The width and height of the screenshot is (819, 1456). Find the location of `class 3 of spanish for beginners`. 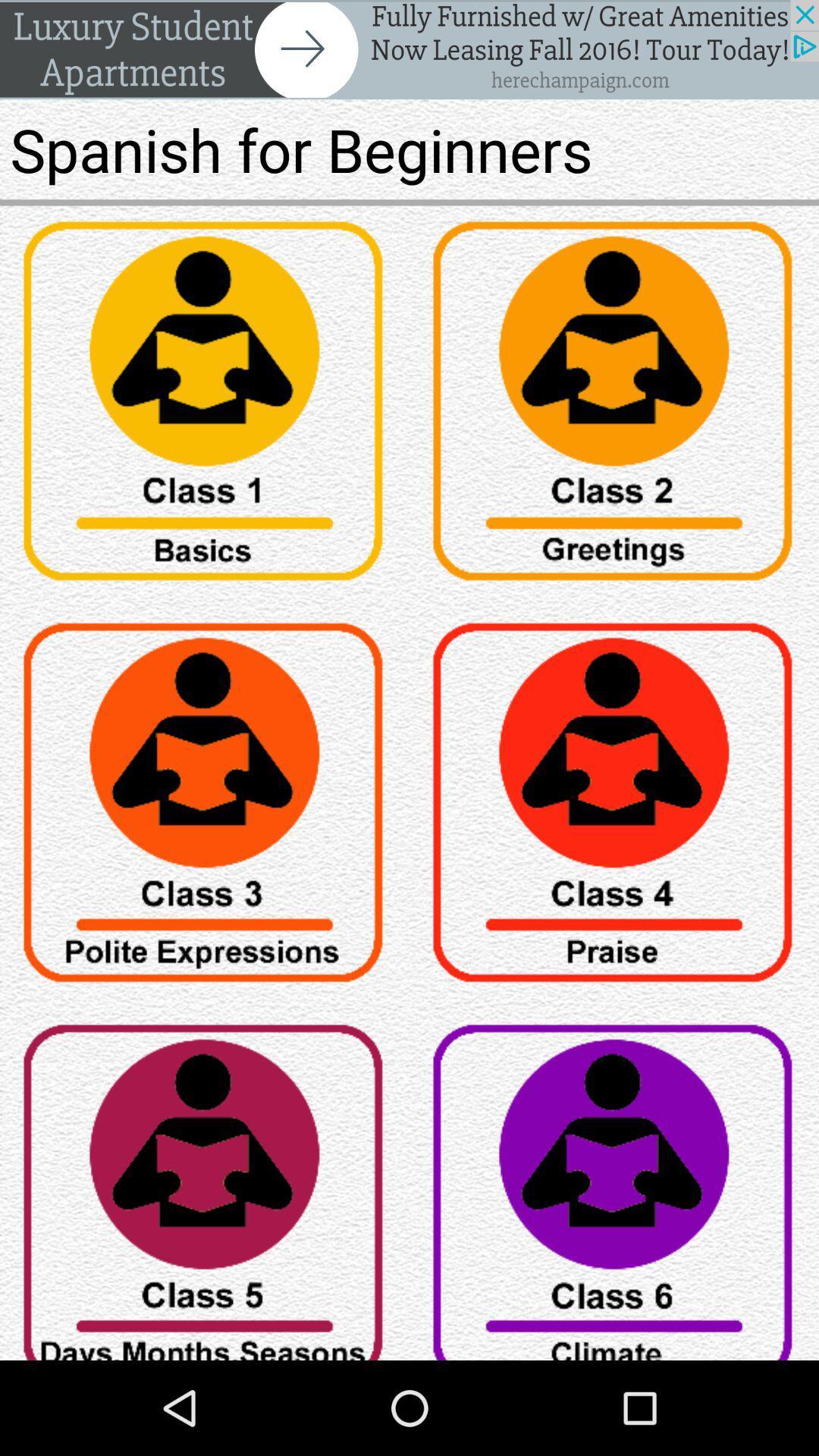

class 3 of spanish for beginners is located at coordinates (205, 807).